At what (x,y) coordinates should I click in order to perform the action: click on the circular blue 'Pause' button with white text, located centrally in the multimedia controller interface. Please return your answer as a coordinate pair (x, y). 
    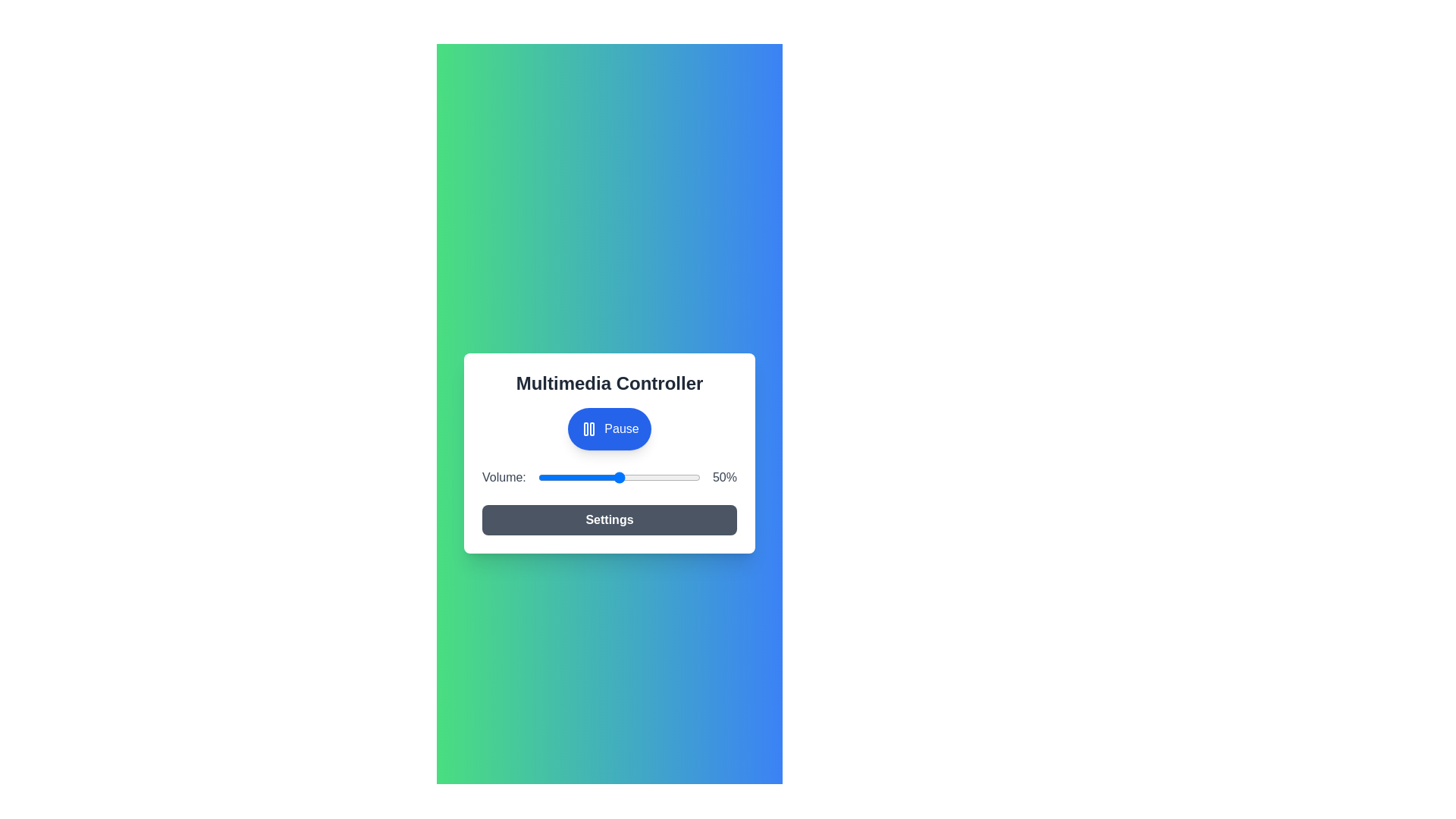
    Looking at the image, I should click on (610, 429).